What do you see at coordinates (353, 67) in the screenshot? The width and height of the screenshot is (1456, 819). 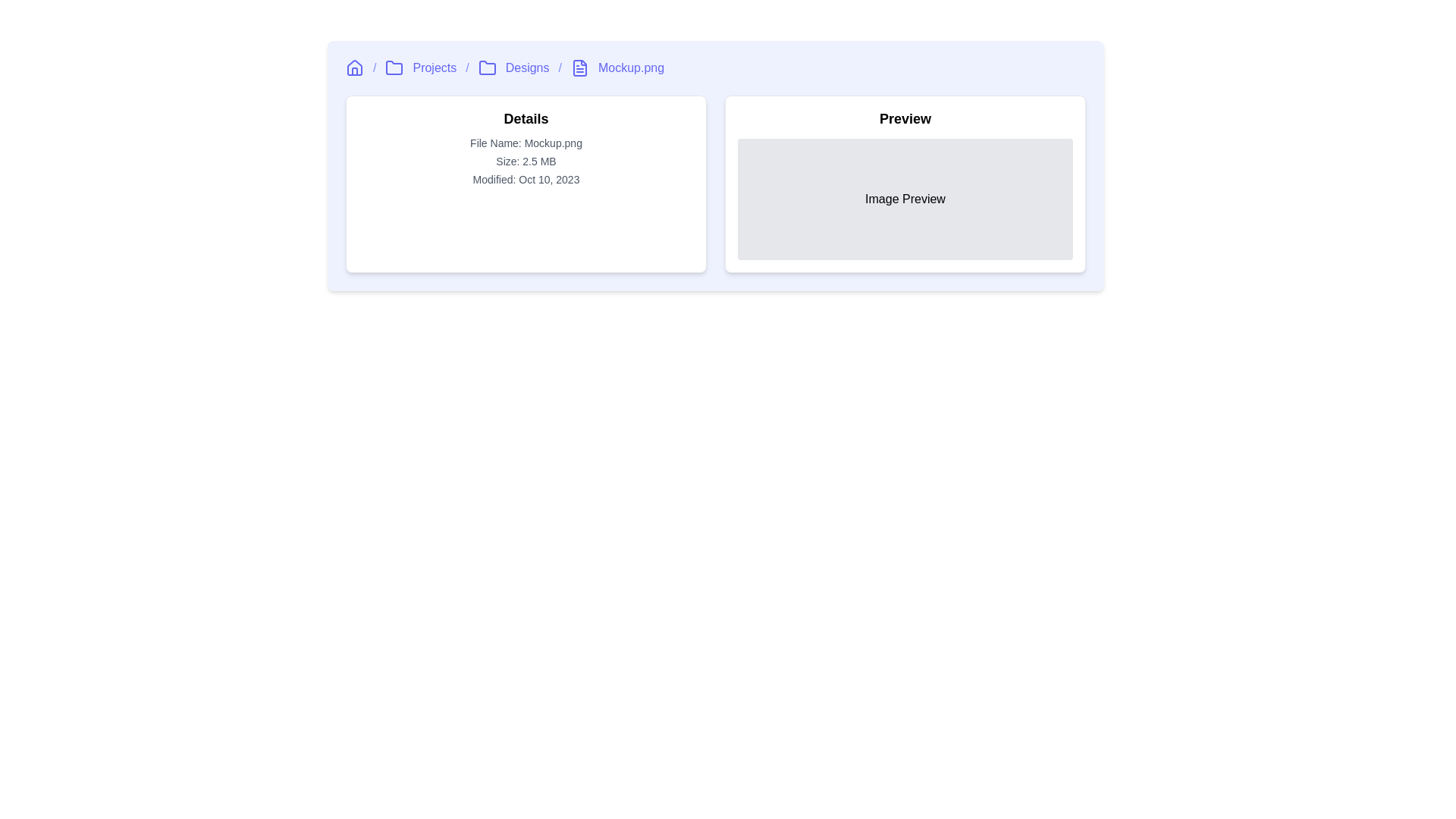 I see `the Home Button icon in the breadcrumb navigation` at bounding box center [353, 67].